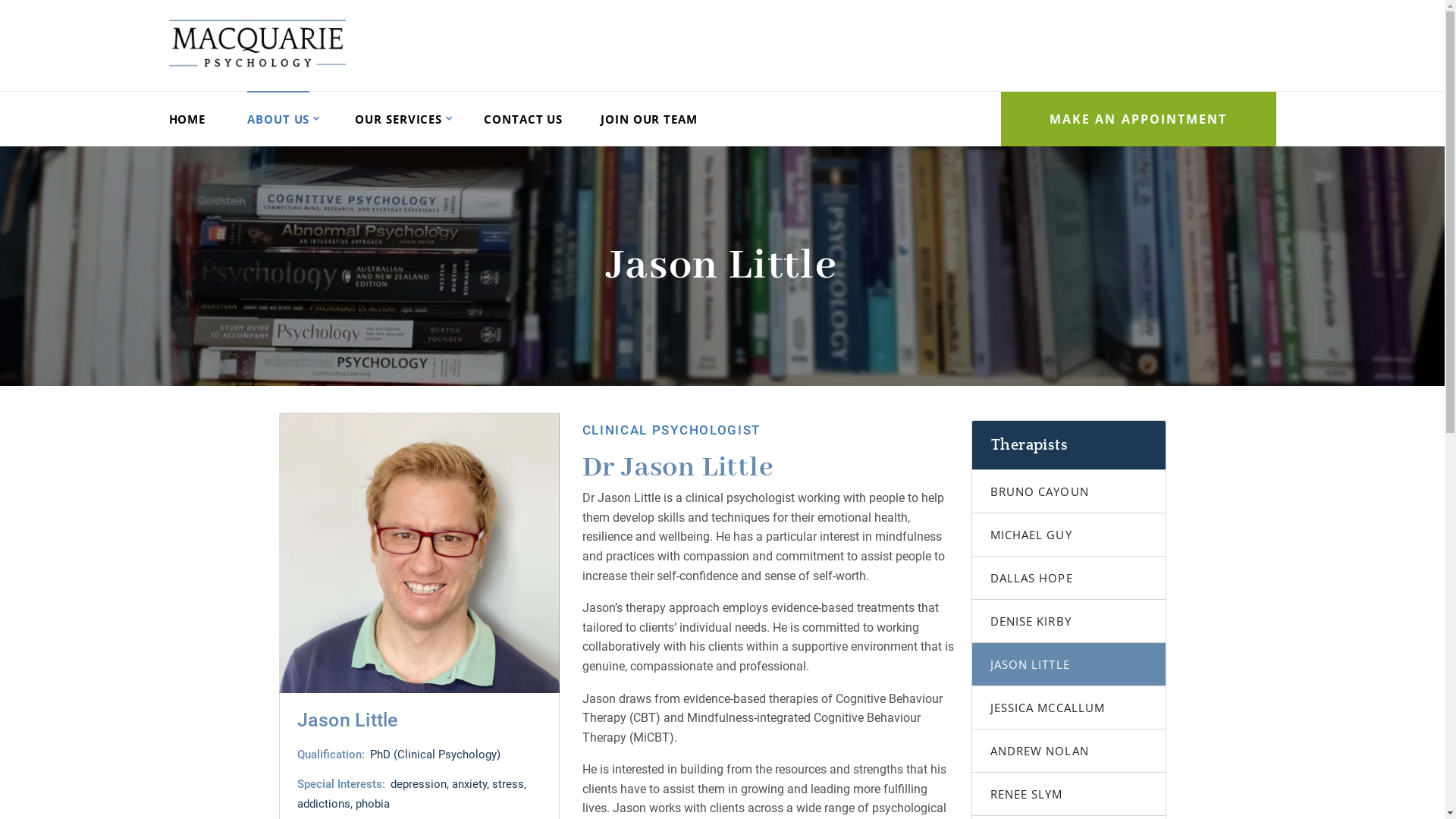 The width and height of the screenshot is (1456, 819). I want to click on 'Macquarie Psychology', so click(256, 42).